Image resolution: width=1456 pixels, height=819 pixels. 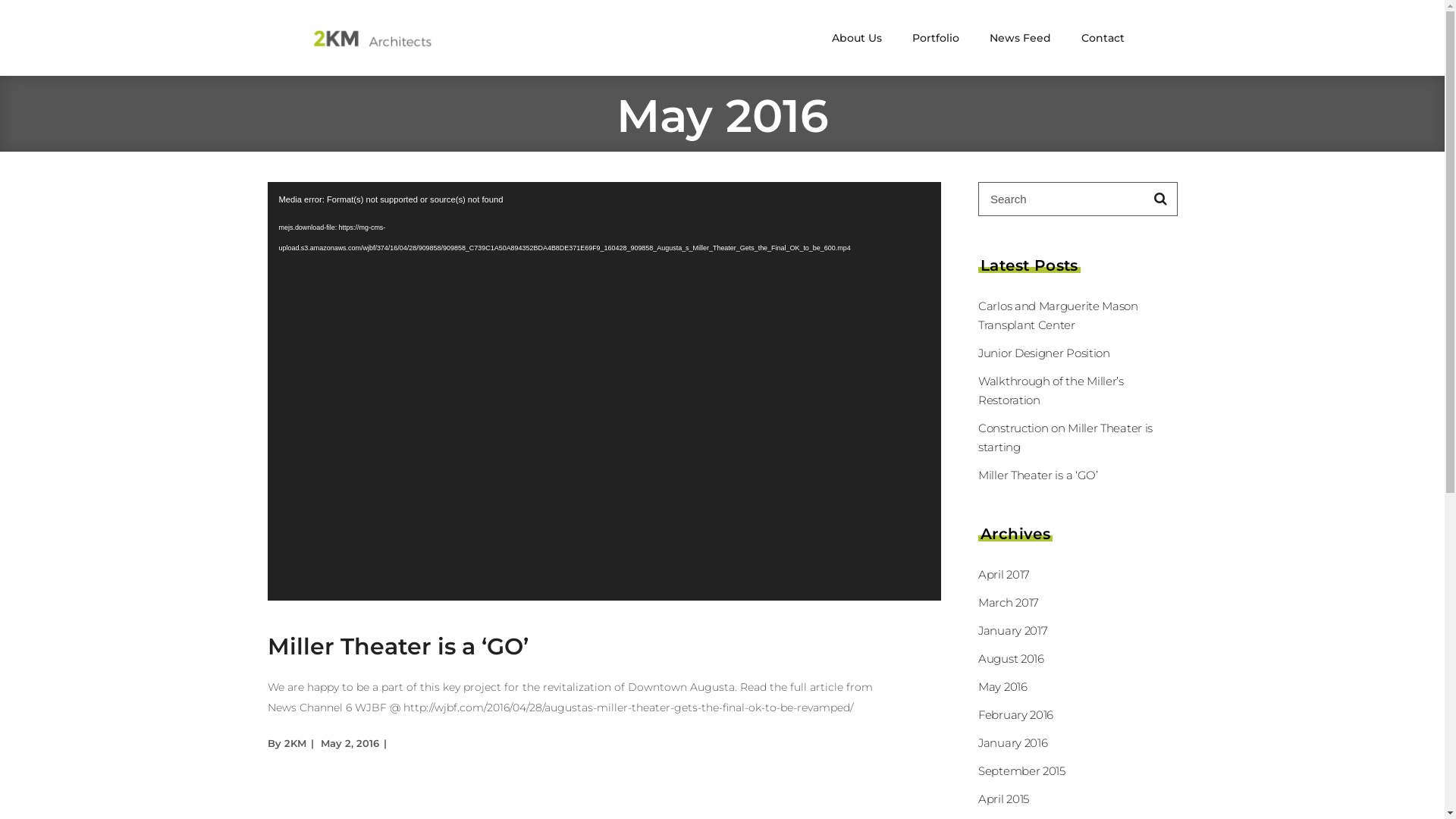 What do you see at coordinates (1003, 686) in the screenshot?
I see `'May 2016'` at bounding box center [1003, 686].